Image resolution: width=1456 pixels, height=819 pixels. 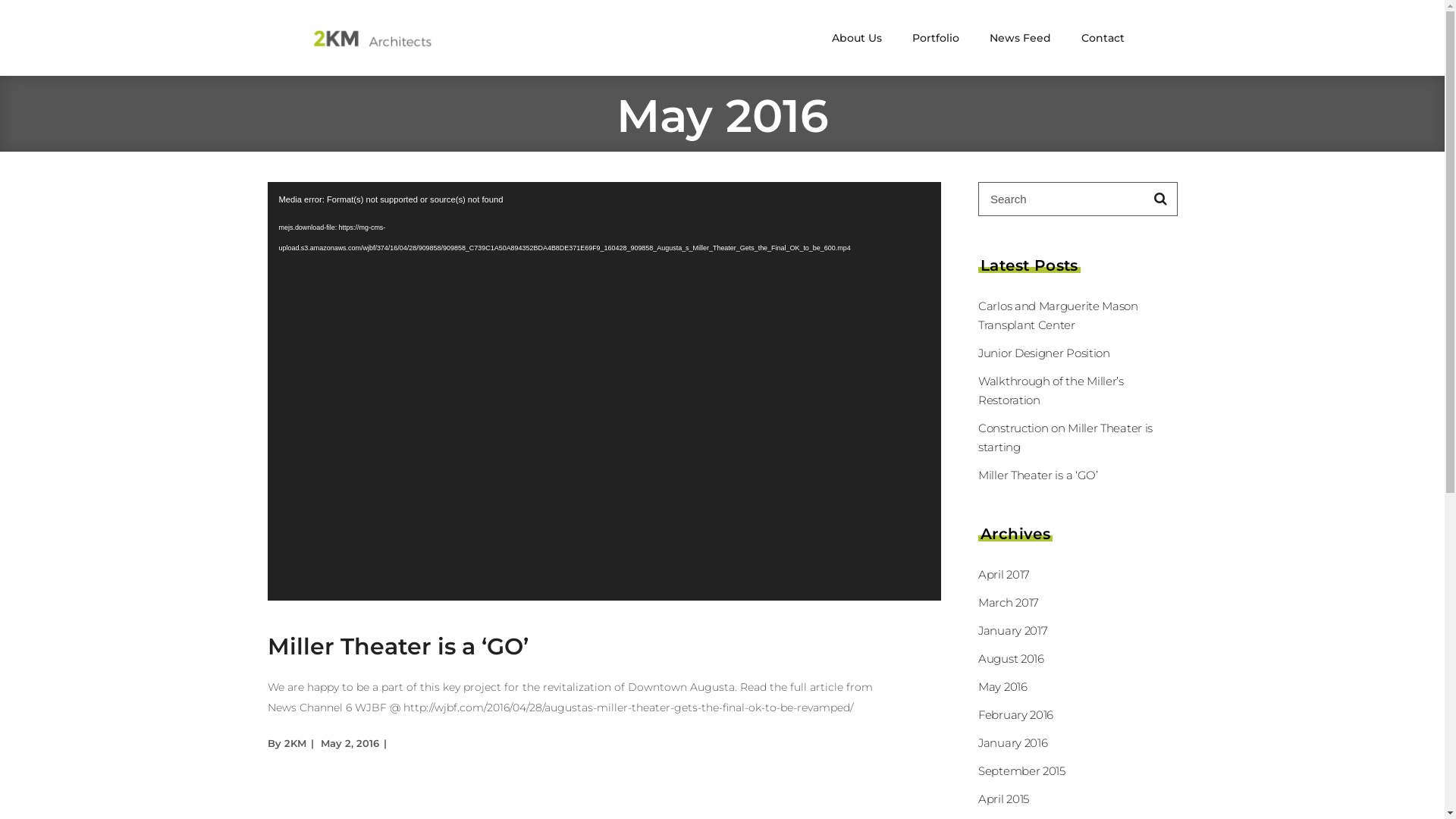 What do you see at coordinates (1003, 686) in the screenshot?
I see `'May 2016'` at bounding box center [1003, 686].